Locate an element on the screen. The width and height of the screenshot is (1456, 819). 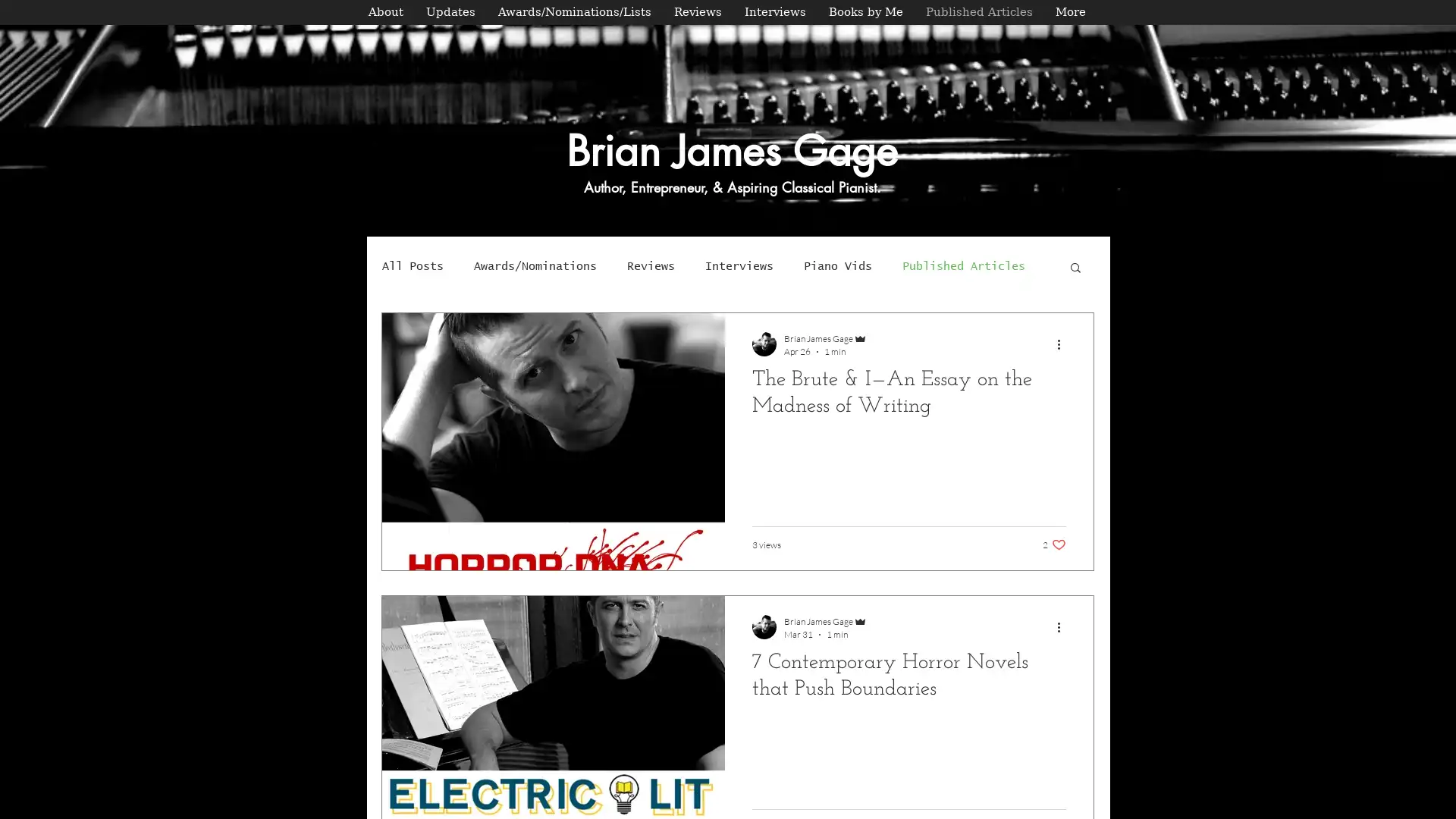
2 likes. Post not marked as liked is located at coordinates (1053, 544).